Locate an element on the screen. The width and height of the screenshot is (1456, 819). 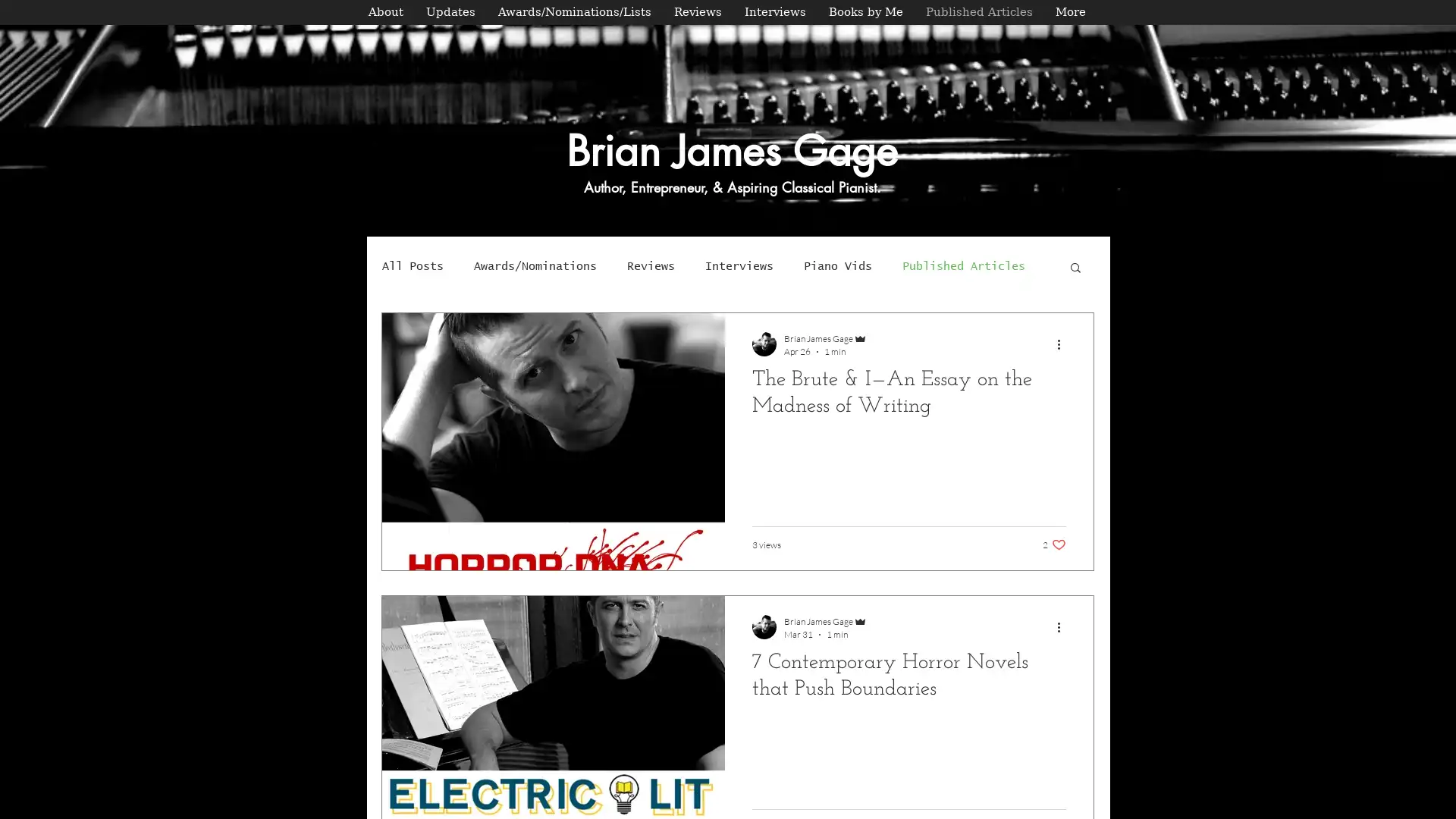
2 likes. Post not marked as liked is located at coordinates (1053, 544).